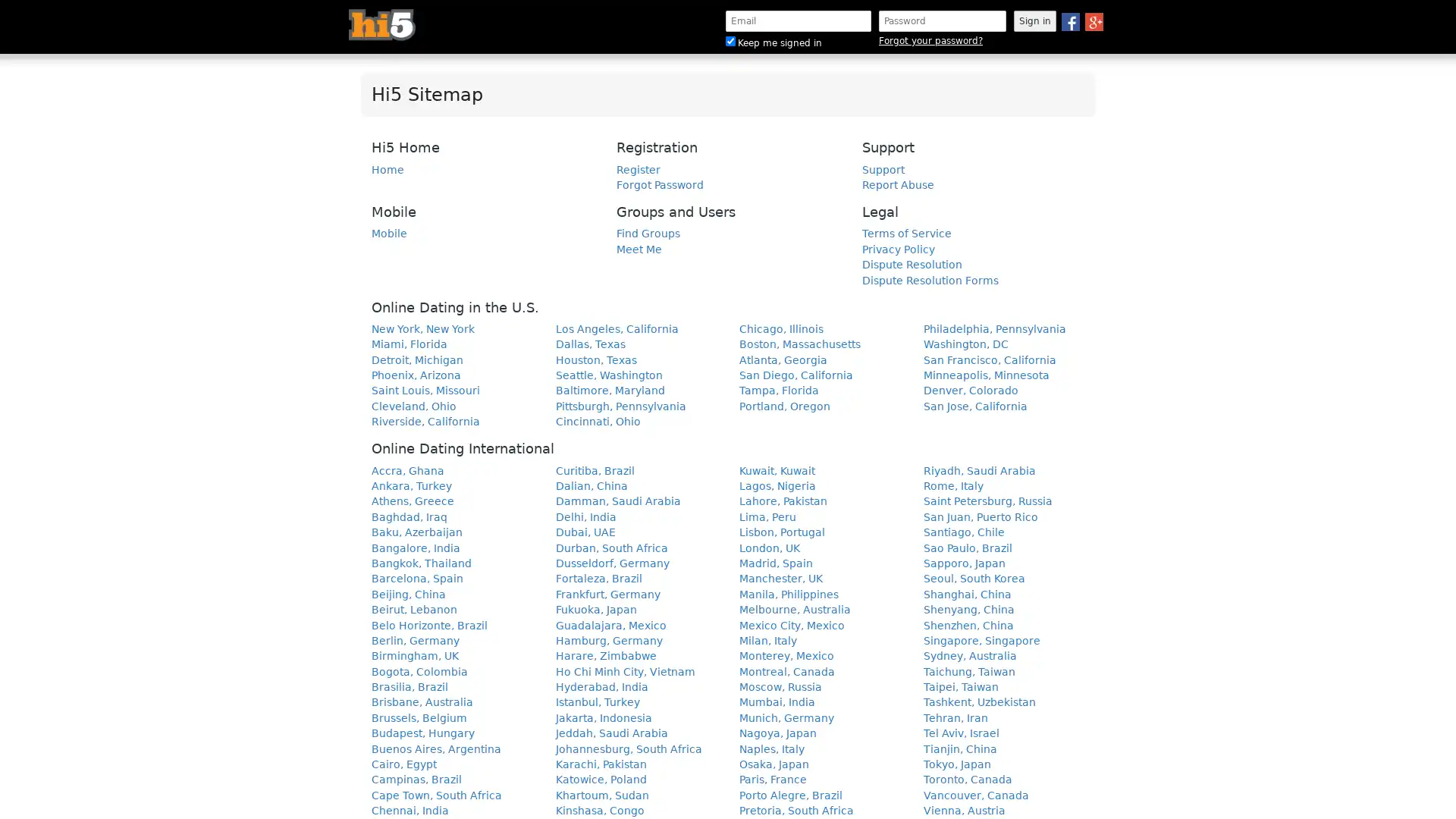  I want to click on Sign in, so click(1034, 20).